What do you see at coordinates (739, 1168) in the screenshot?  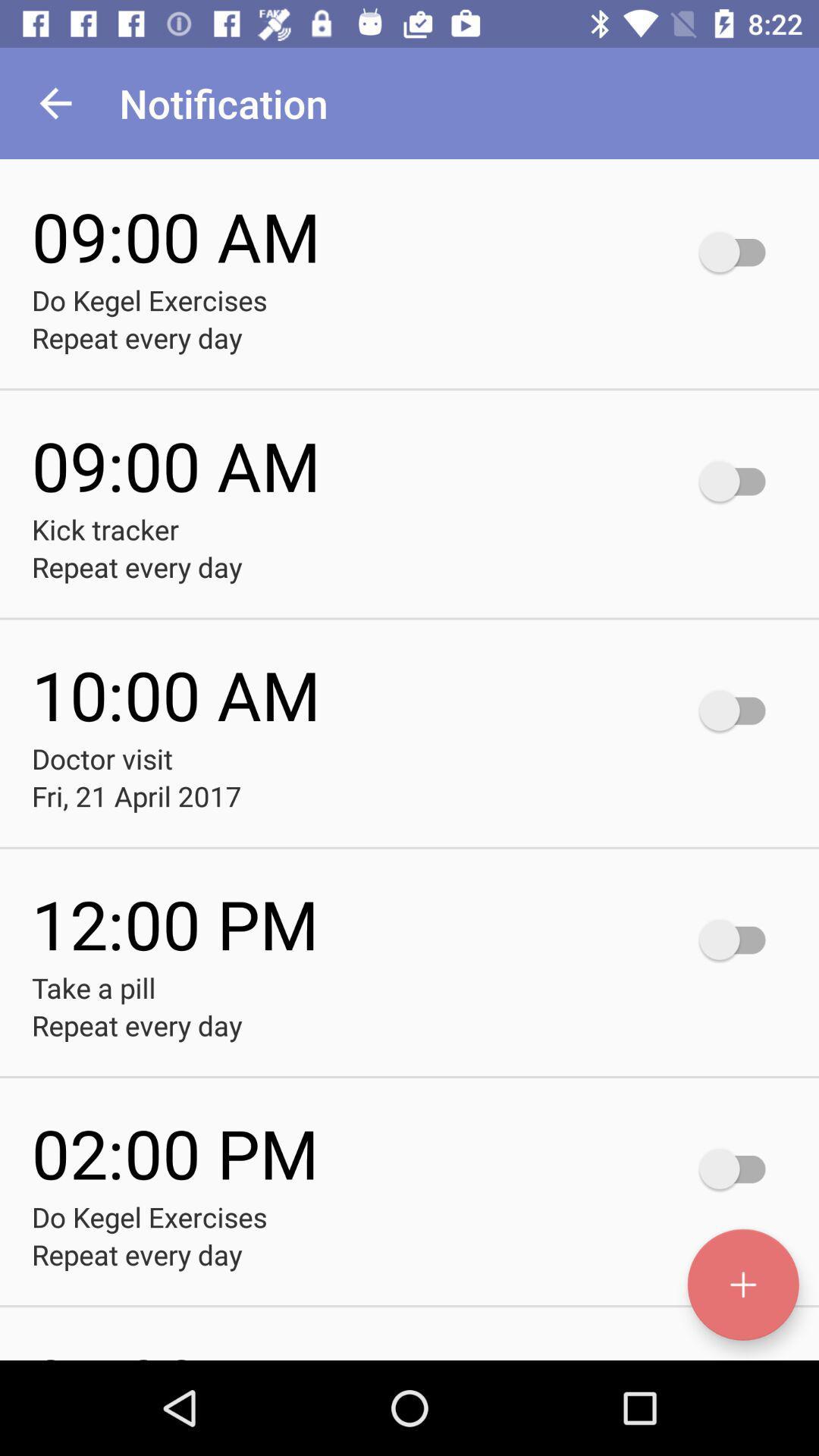 I see `the last enable option` at bounding box center [739, 1168].